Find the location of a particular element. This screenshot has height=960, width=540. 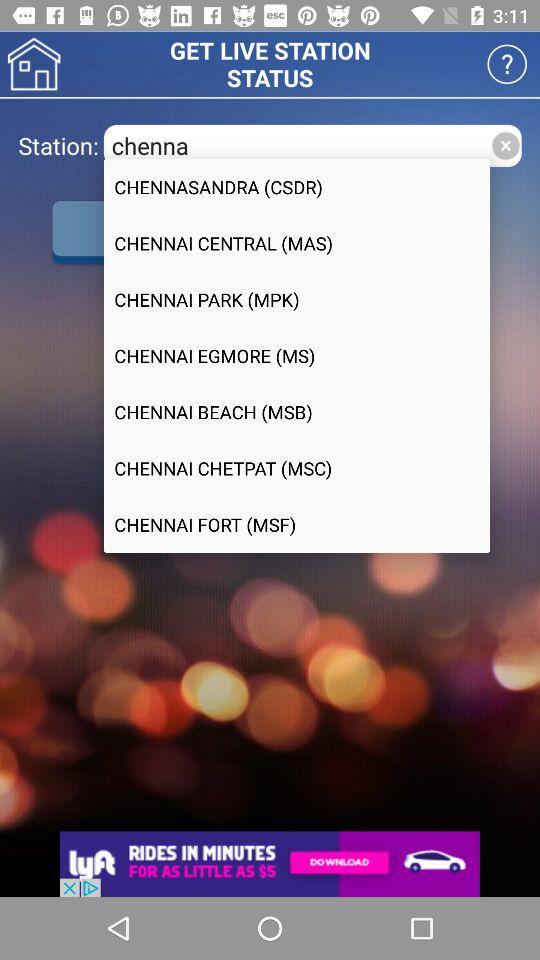

open the advertisement is located at coordinates (270, 863).